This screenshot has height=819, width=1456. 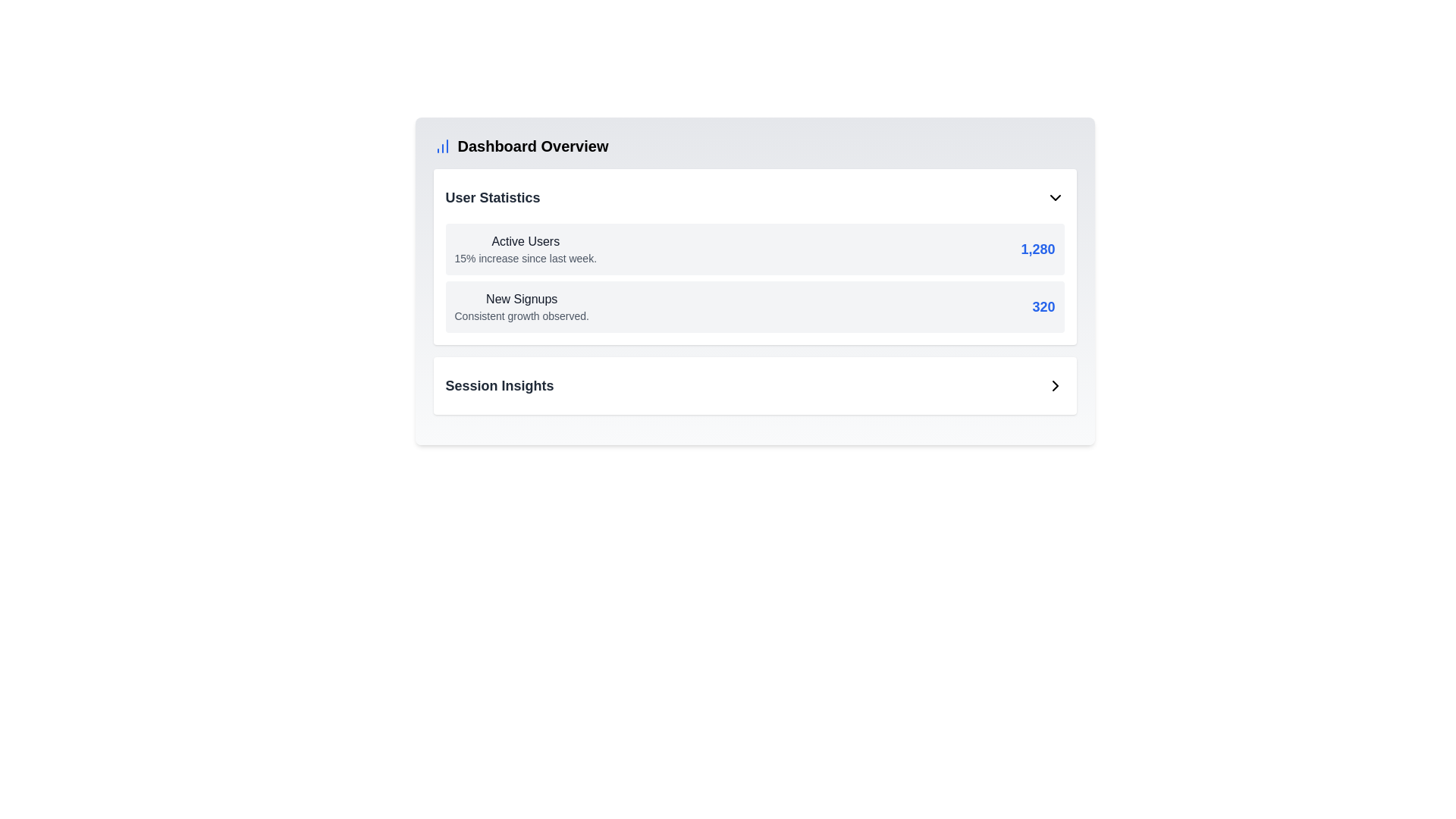 I want to click on the 'Session Insights' text label which serves as a heading for the User Statistics section in the main content area, so click(x=499, y=385).